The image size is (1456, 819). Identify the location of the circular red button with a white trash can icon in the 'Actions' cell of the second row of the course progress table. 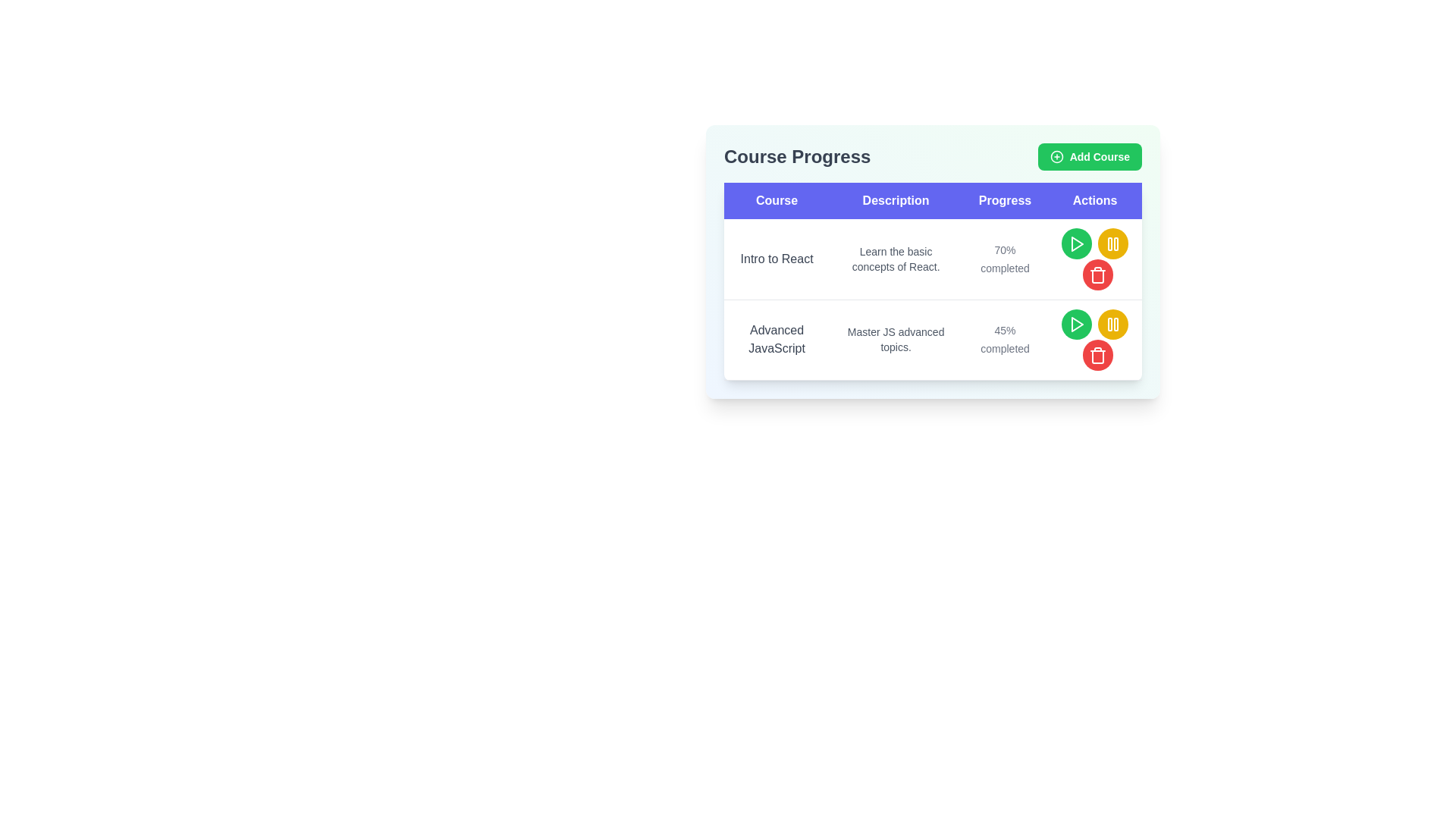
(1098, 355).